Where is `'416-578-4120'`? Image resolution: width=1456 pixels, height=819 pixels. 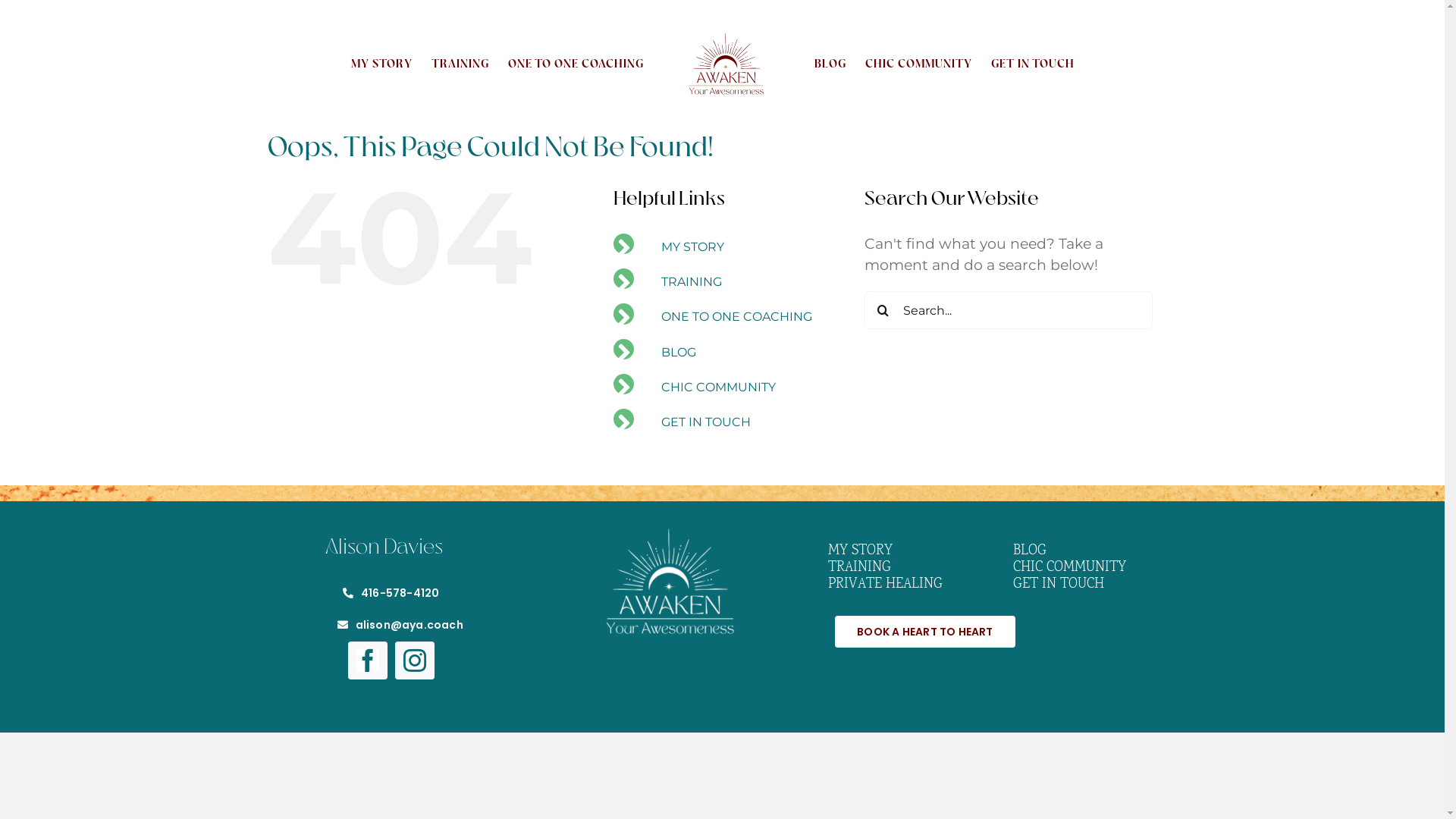 '416-578-4120' is located at coordinates (319, 592).